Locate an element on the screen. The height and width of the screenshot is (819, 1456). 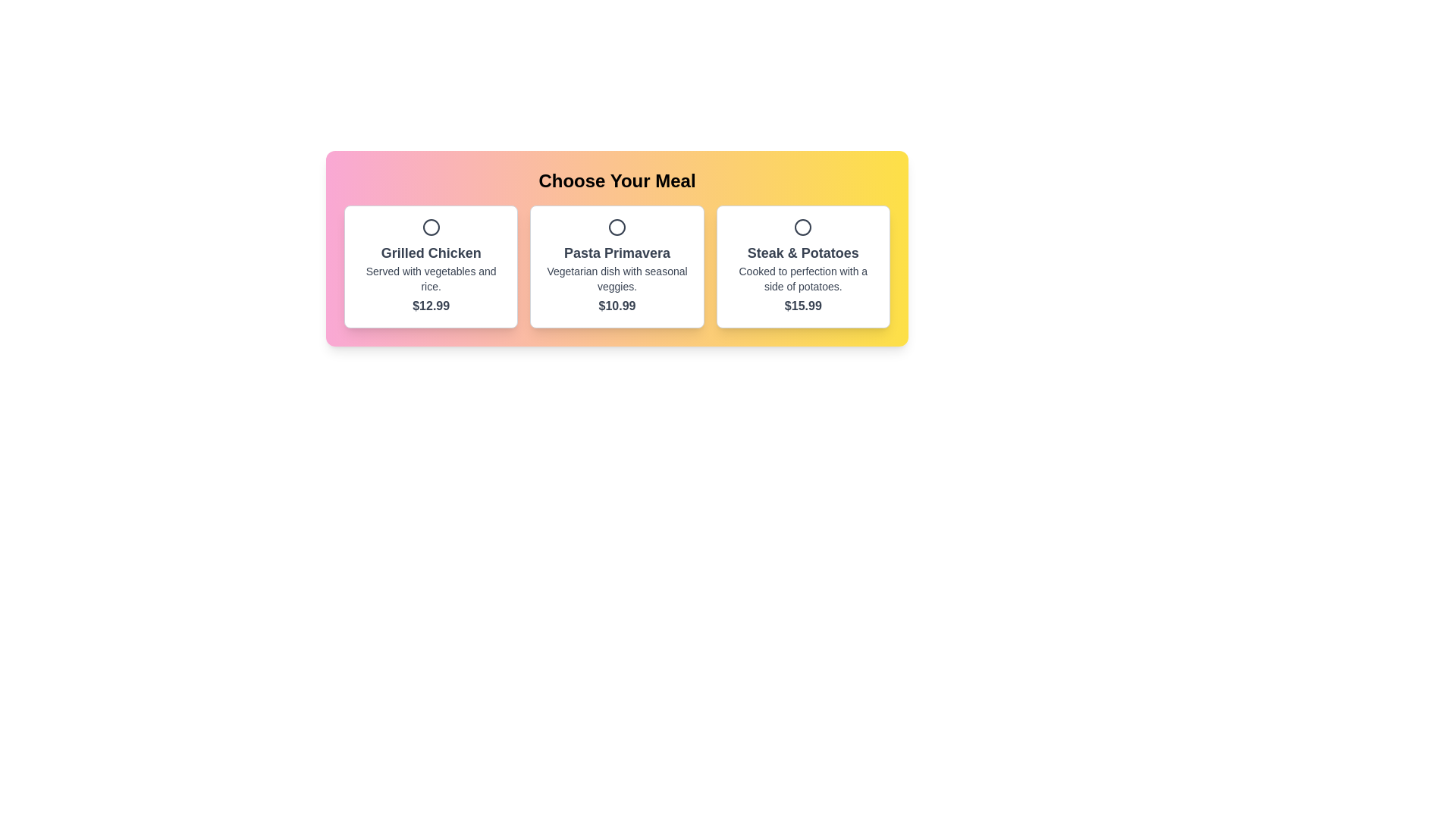
text element that contains the description 'Served with vegetables and rice.' located below the title 'Grilled Chicken' in the first meal option card is located at coordinates (430, 278).